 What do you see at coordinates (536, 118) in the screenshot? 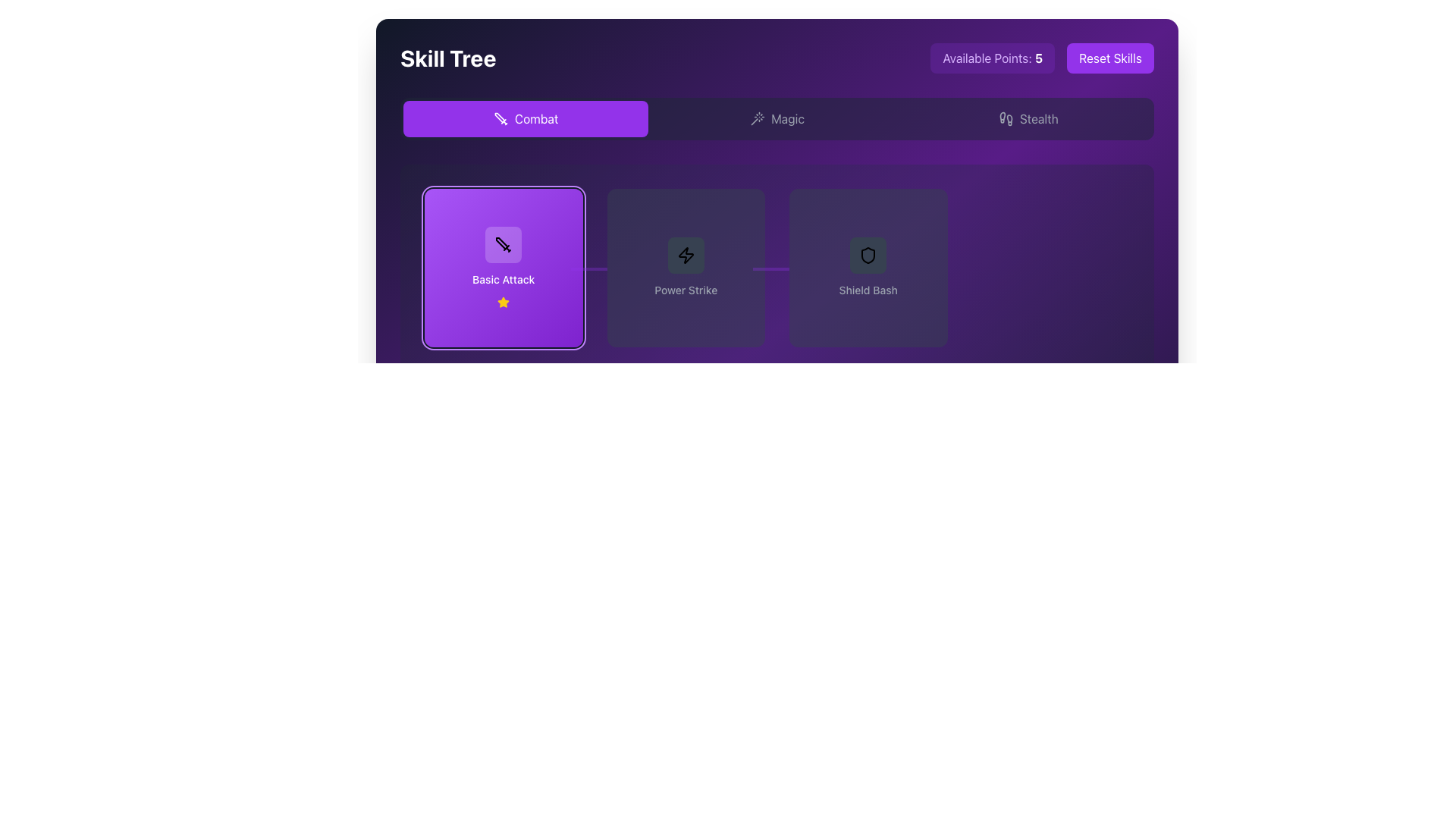
I see `the 'Combat' text label, which is styled in a white sans-serif font on a purple background` at bounding box center [536, 118].